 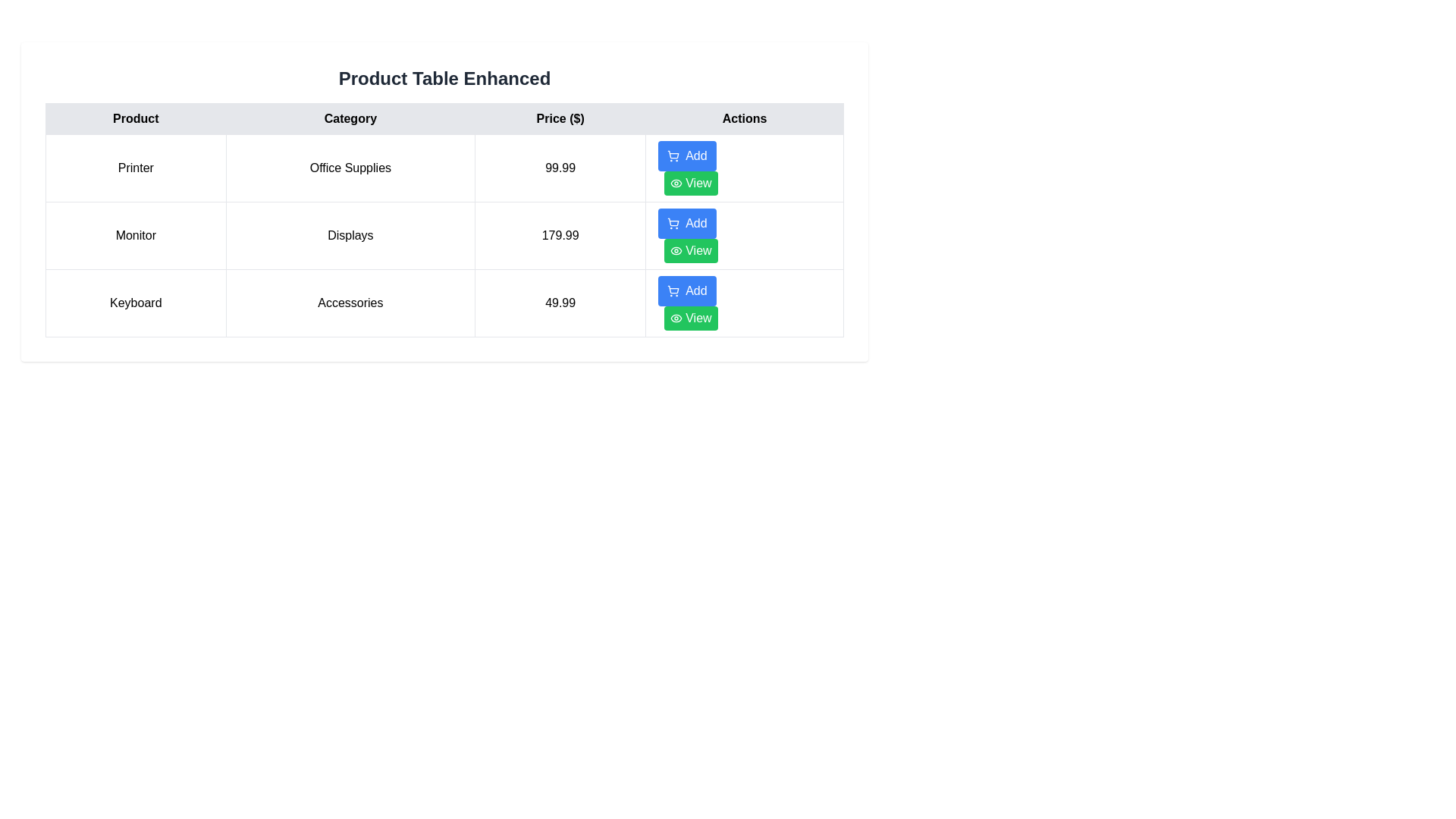 What do you see at coordinates (560, 118) in the screenshot?
I see `the Table Header Cell displaying 'Price ($)' which is styled with a gray background and is the third column header in the table layout` at bounding box center [560, 118].